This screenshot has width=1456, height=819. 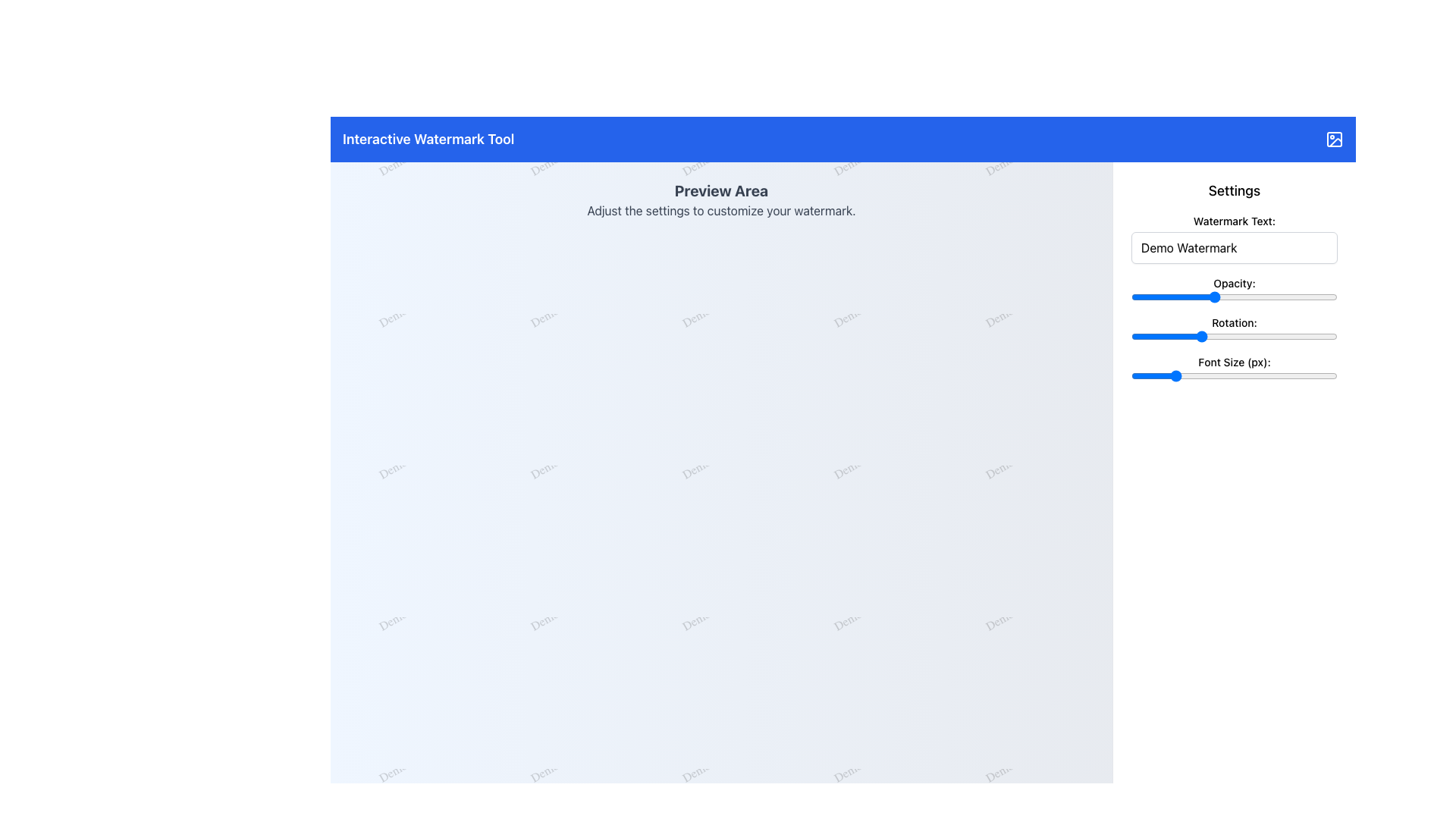 I want to click on the title text located at the top-left of the blue header bar, which indicates the application's purpose, so click(x=428, y=140).